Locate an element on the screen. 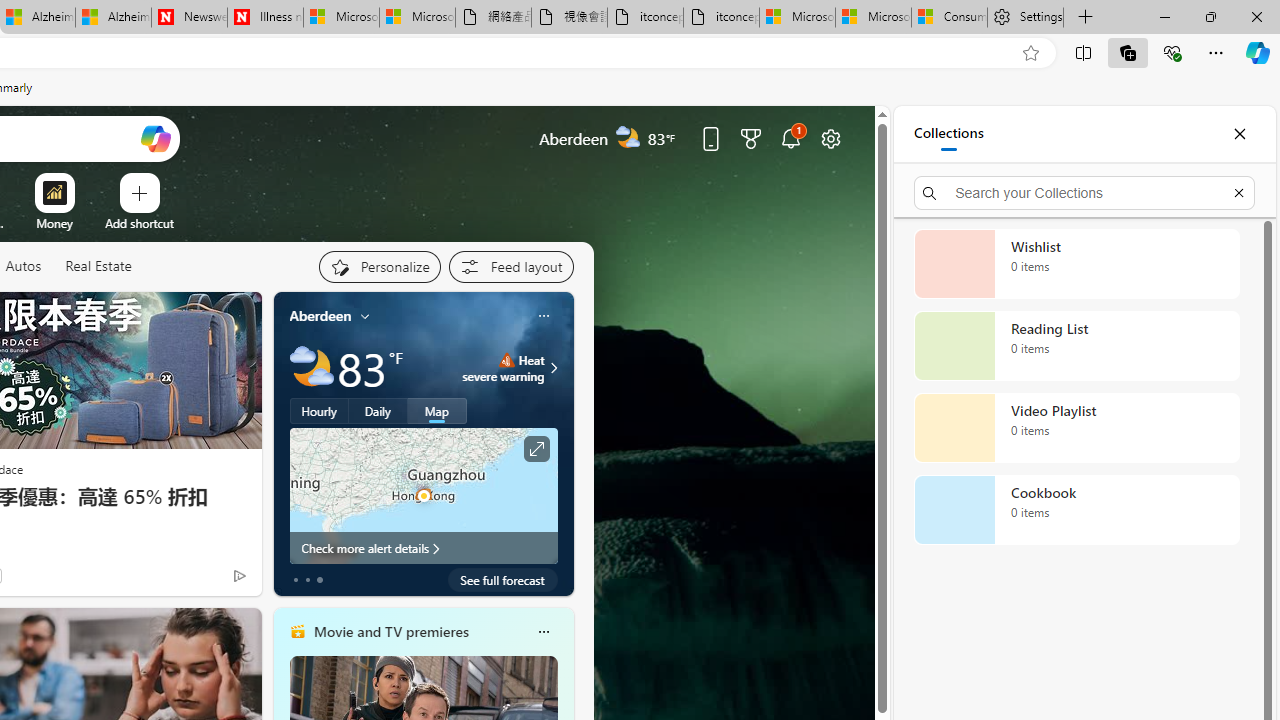 Image resolution: width=1280 pixels, height=720 pixels. 'My location' is located at coordinates (365, 315).